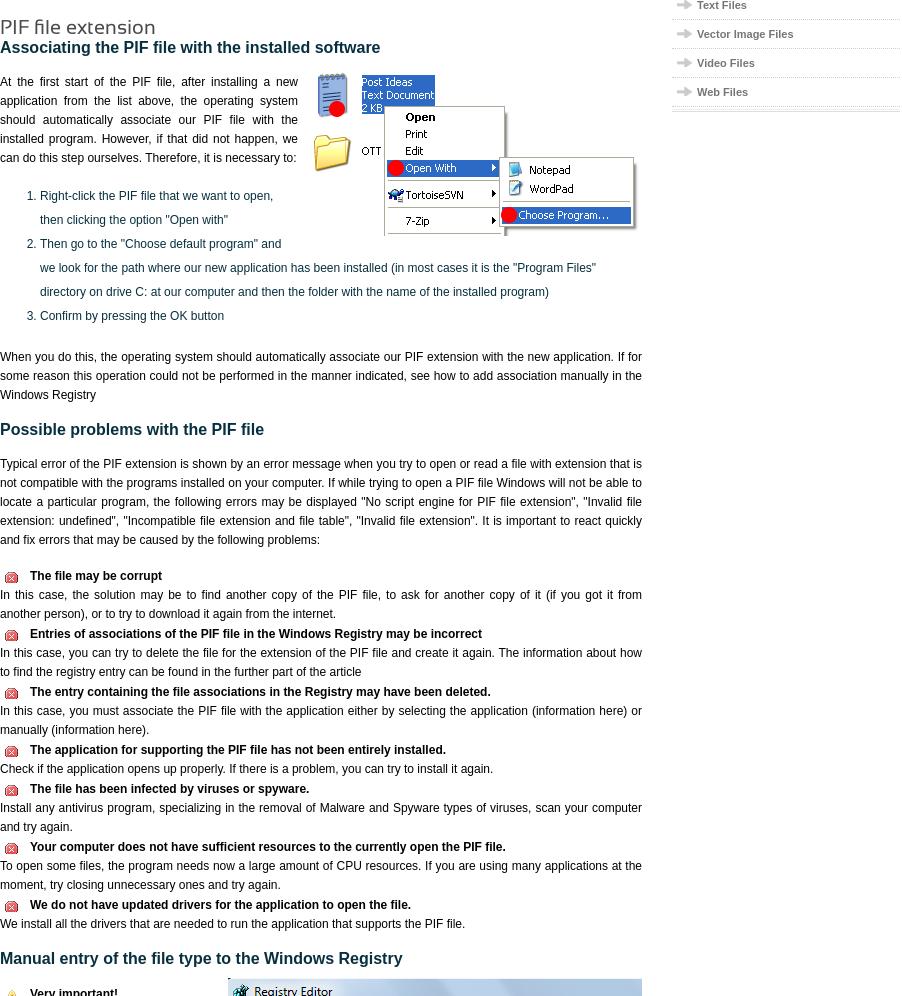 This screenshot has width=902, height=996. What do you see at coordinates (259, 692) in the screenshot?
I see `'The entry containing the file associations in the Registry may have been deleted.'` at bounding box center [259, 692].